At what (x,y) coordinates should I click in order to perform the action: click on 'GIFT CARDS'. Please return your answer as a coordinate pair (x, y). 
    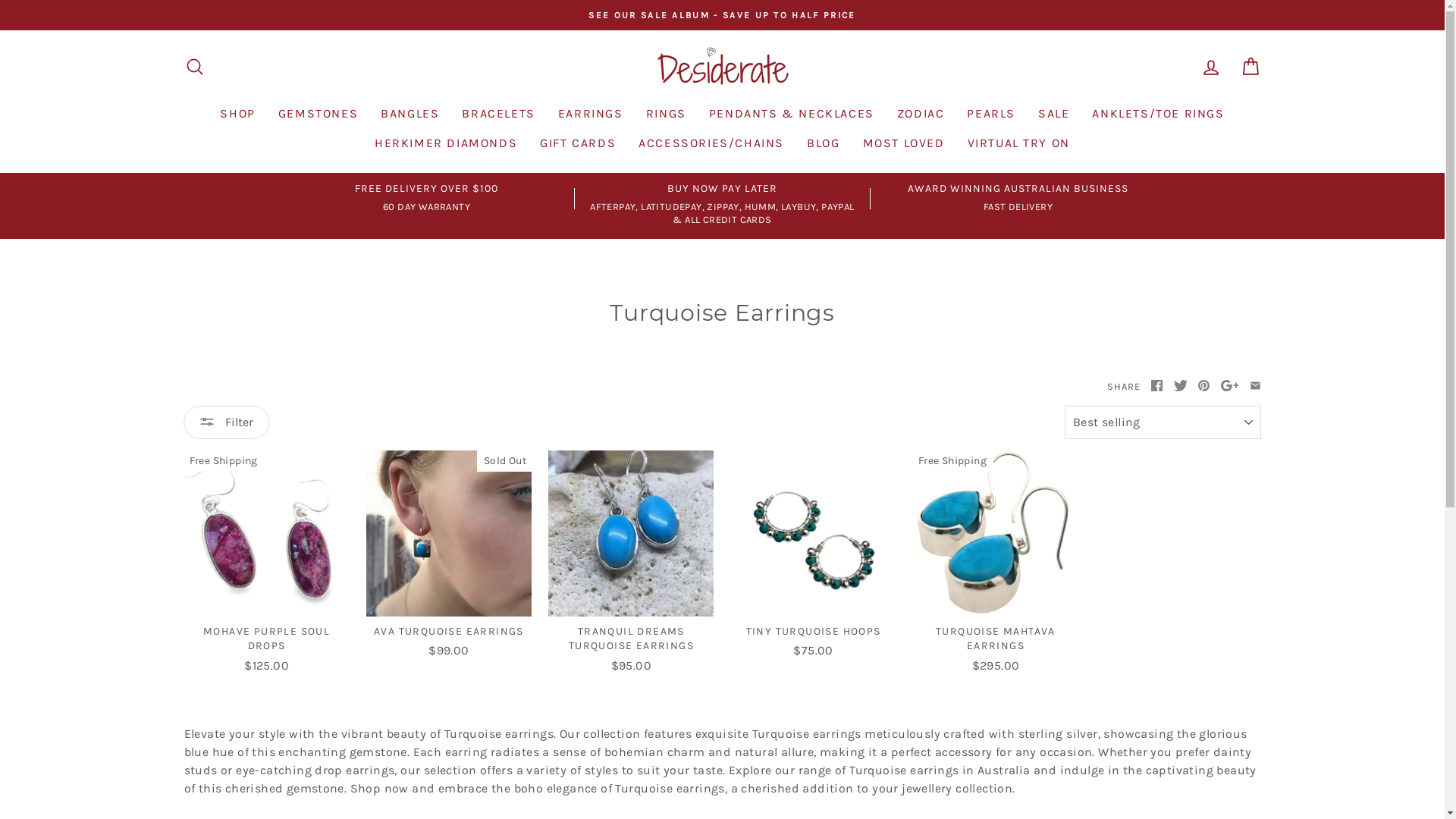
    Looking at the image, I should click on (577, 143).